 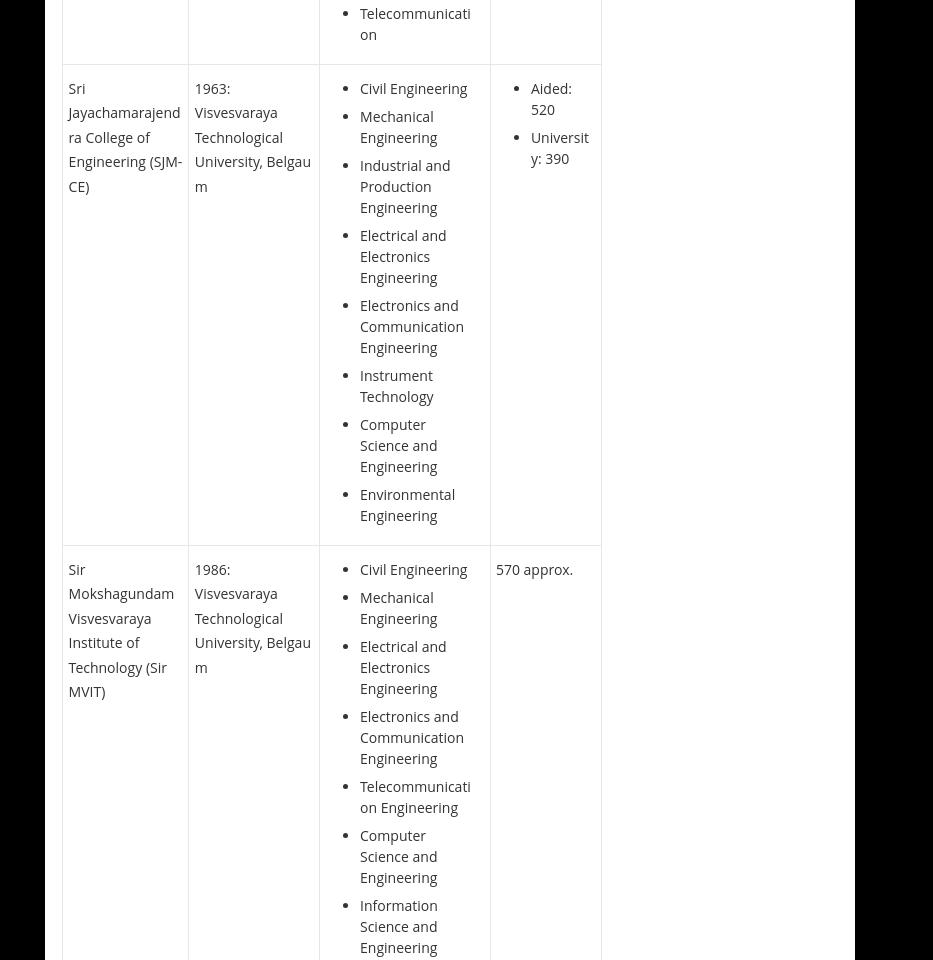 What do you see at coordinates (359, 185) in the screenshot?
I see `'Industrial and Production Engineering'` at bounding box center [359, 185].